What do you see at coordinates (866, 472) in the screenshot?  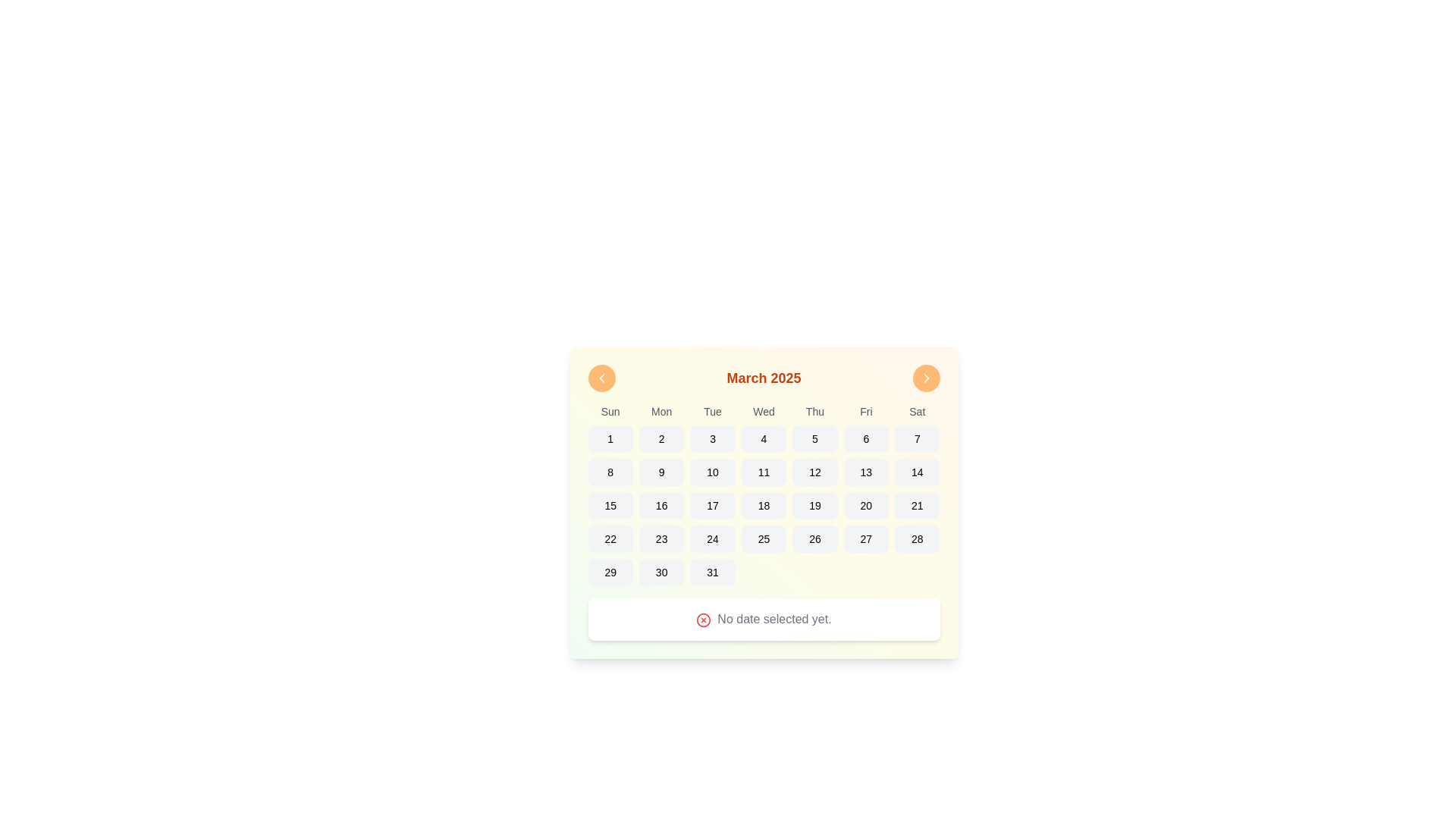 I see `the button displaying the number '13' in bold black font, located in the sixth column of the third row of the calendar grid for March 2025` at bounding box center [866, 472].